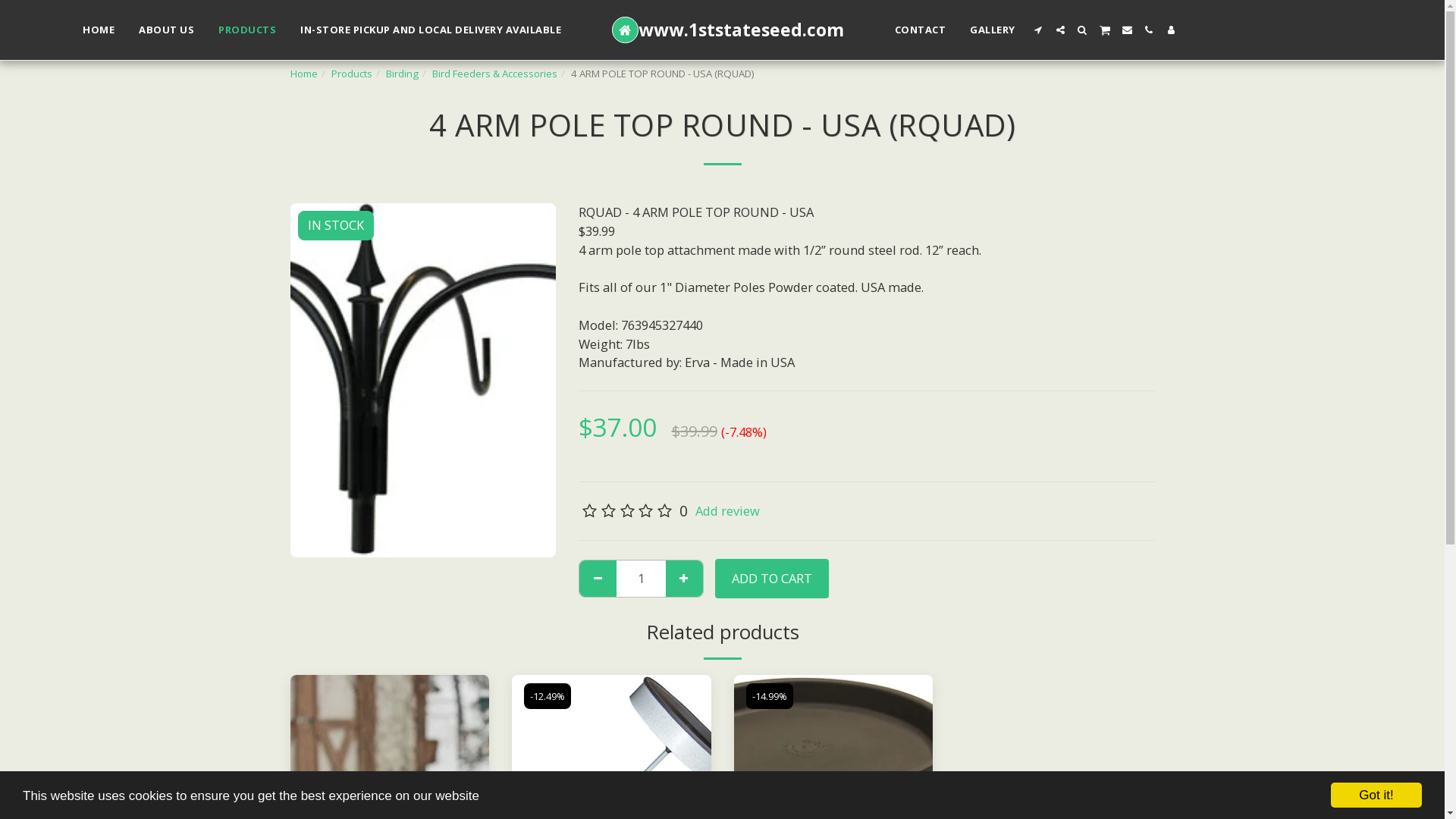 Image resolution: width=1456 pixels, height=819 pixels. What do you see at coordinates (771, 579) in the screenshot?
I see `'ADD TO CART'` at bounding box center [771, 579].